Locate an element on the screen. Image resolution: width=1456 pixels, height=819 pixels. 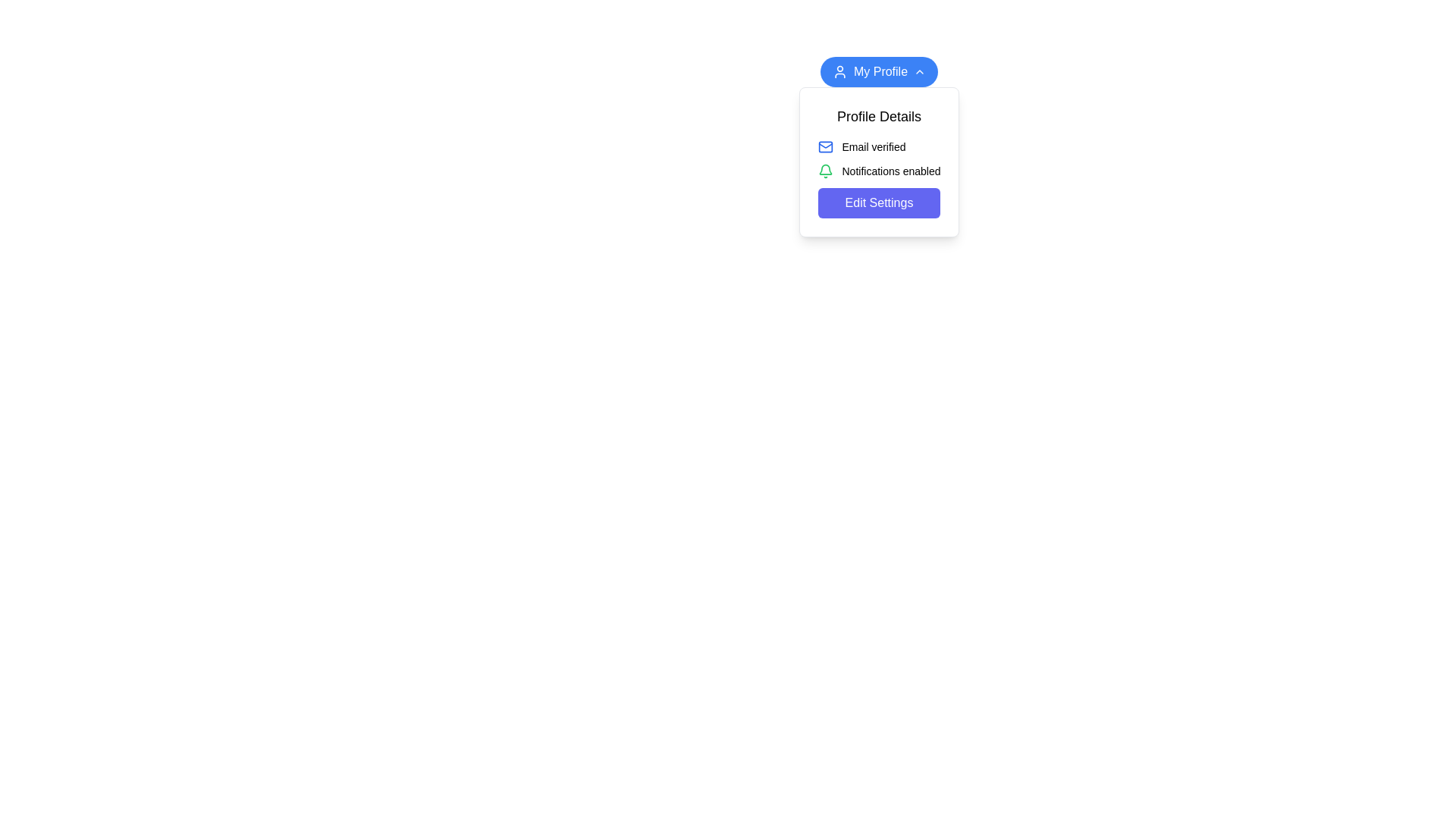
the 'Email verified' text element which has a blue envelope icon to its left, positioned at the center of the interface above 'Notifications enabled' is located at coordinates (879, 146).